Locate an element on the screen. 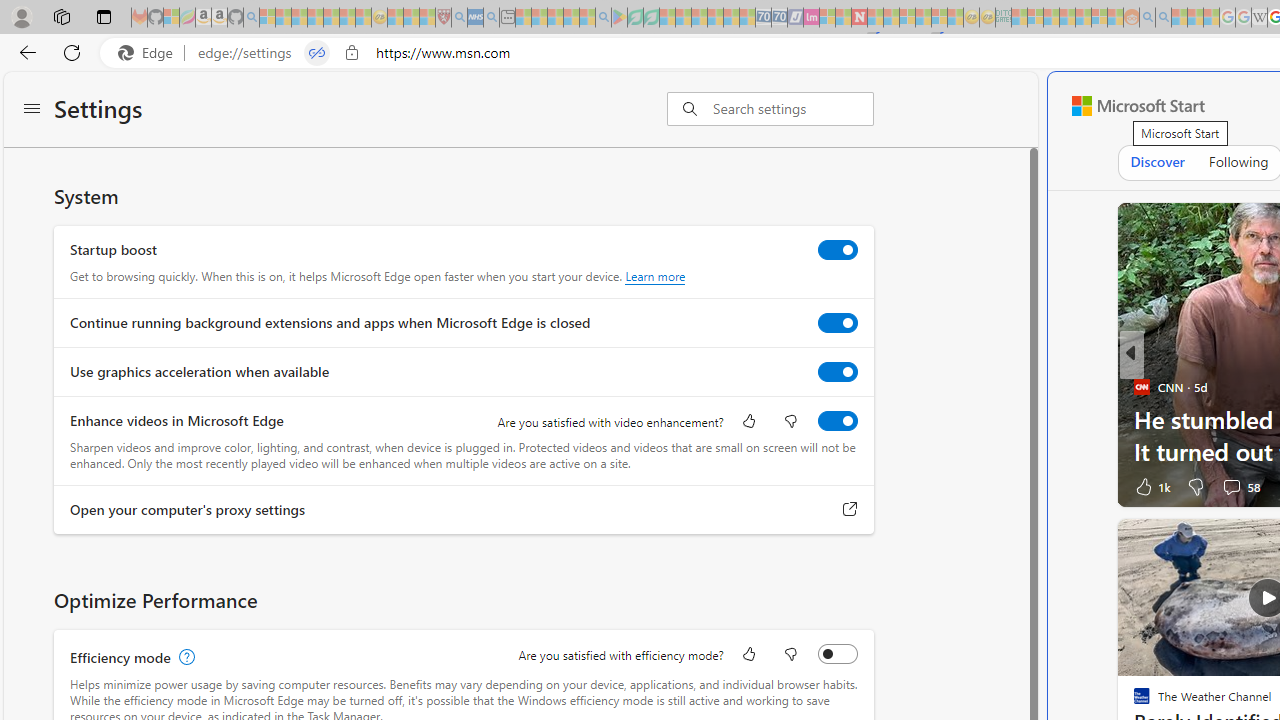  'DITOGAMES AG Imprint - Sleeping' is located at coordinates (1003, 17).